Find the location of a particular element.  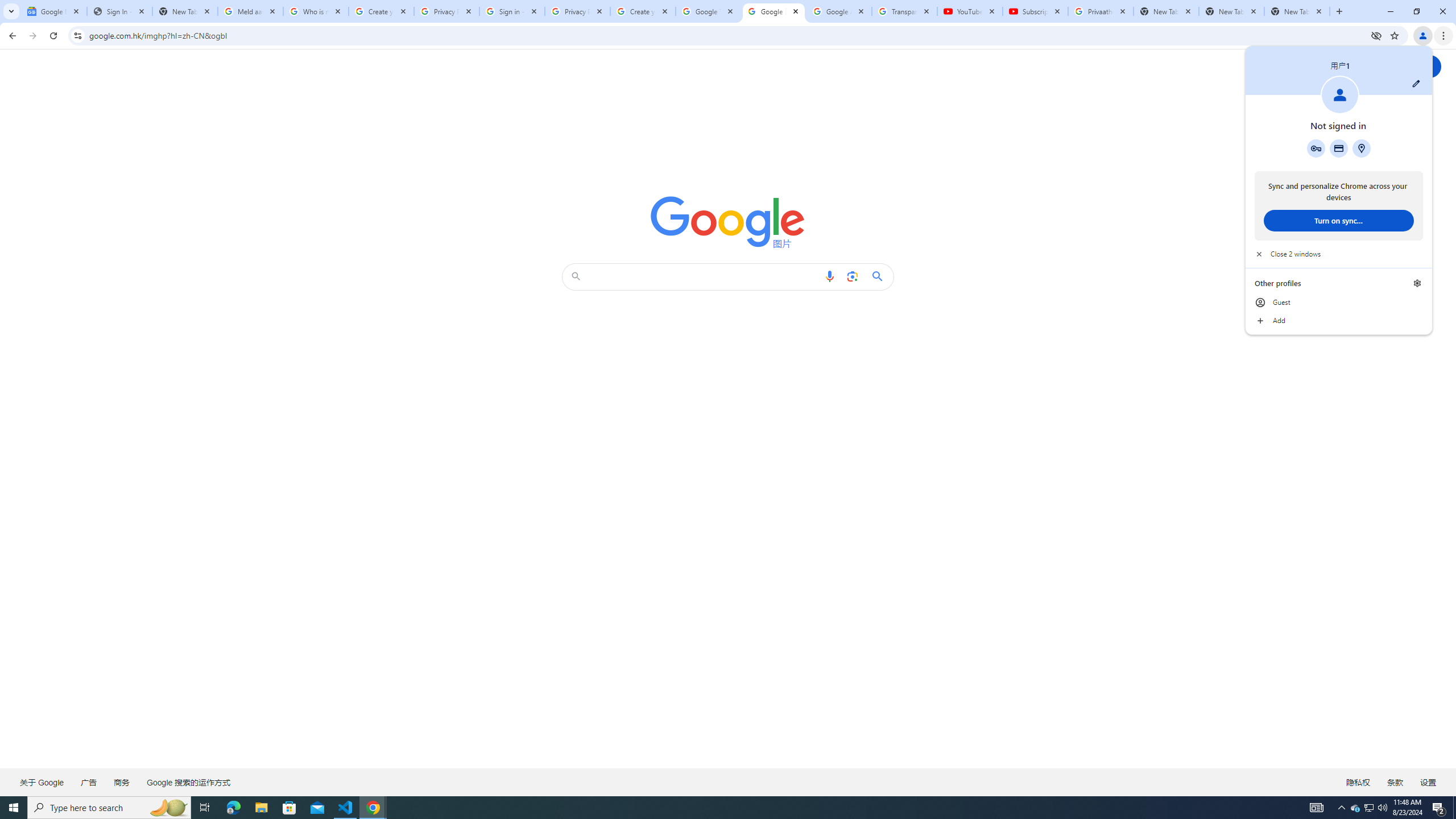

'Show desktop' is located at coordinates (1454, 806).